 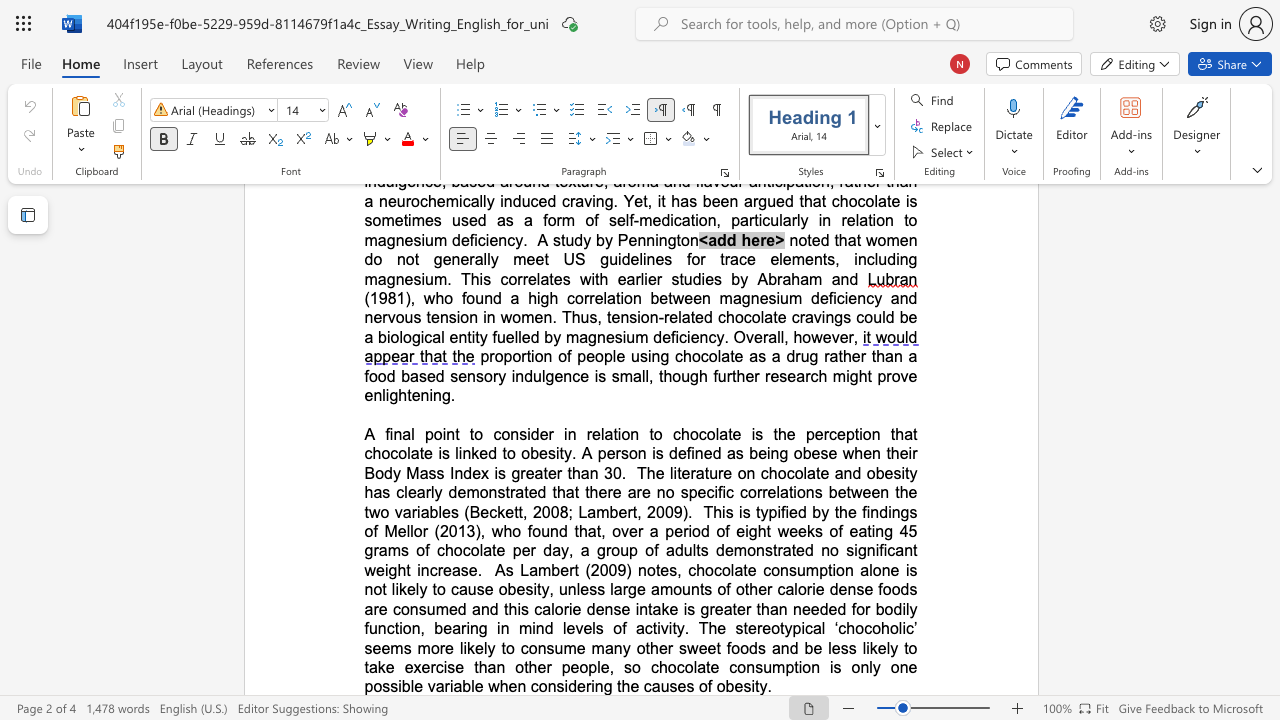 What do you see at coordinates (758, 685) in the screenshot?
I see `the subset text "y." within the text "e causes of obesity."` at bounding box center [758, 685].